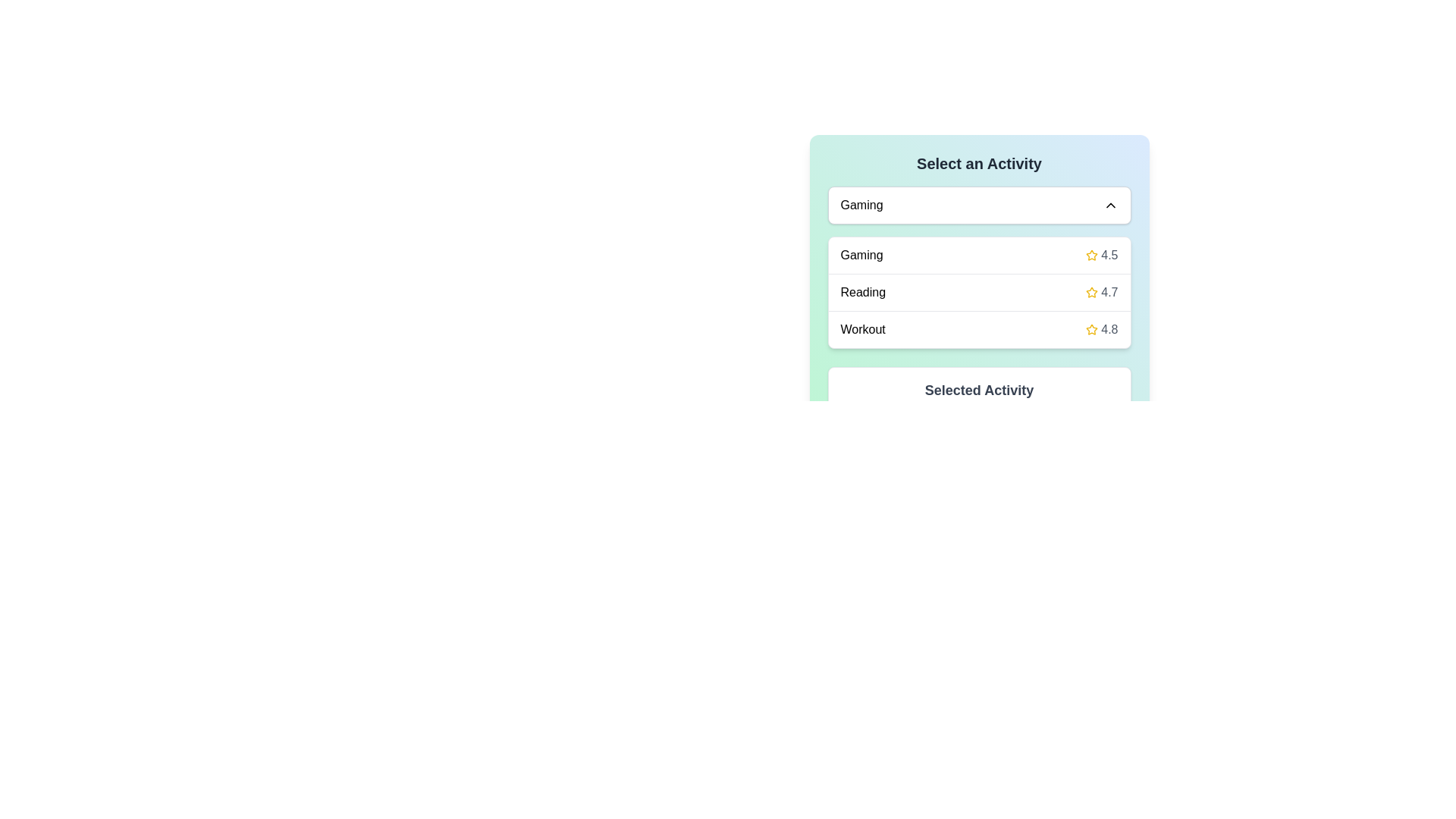  What do you see at coordinates (1102, 329) in the screenshot?
I see `the yellow star icon followed by the gray numerical text '4.8' indicating the rating, located to the right of the text 'Workout' in the third entry of the list` at bounding box center [1102, 329].